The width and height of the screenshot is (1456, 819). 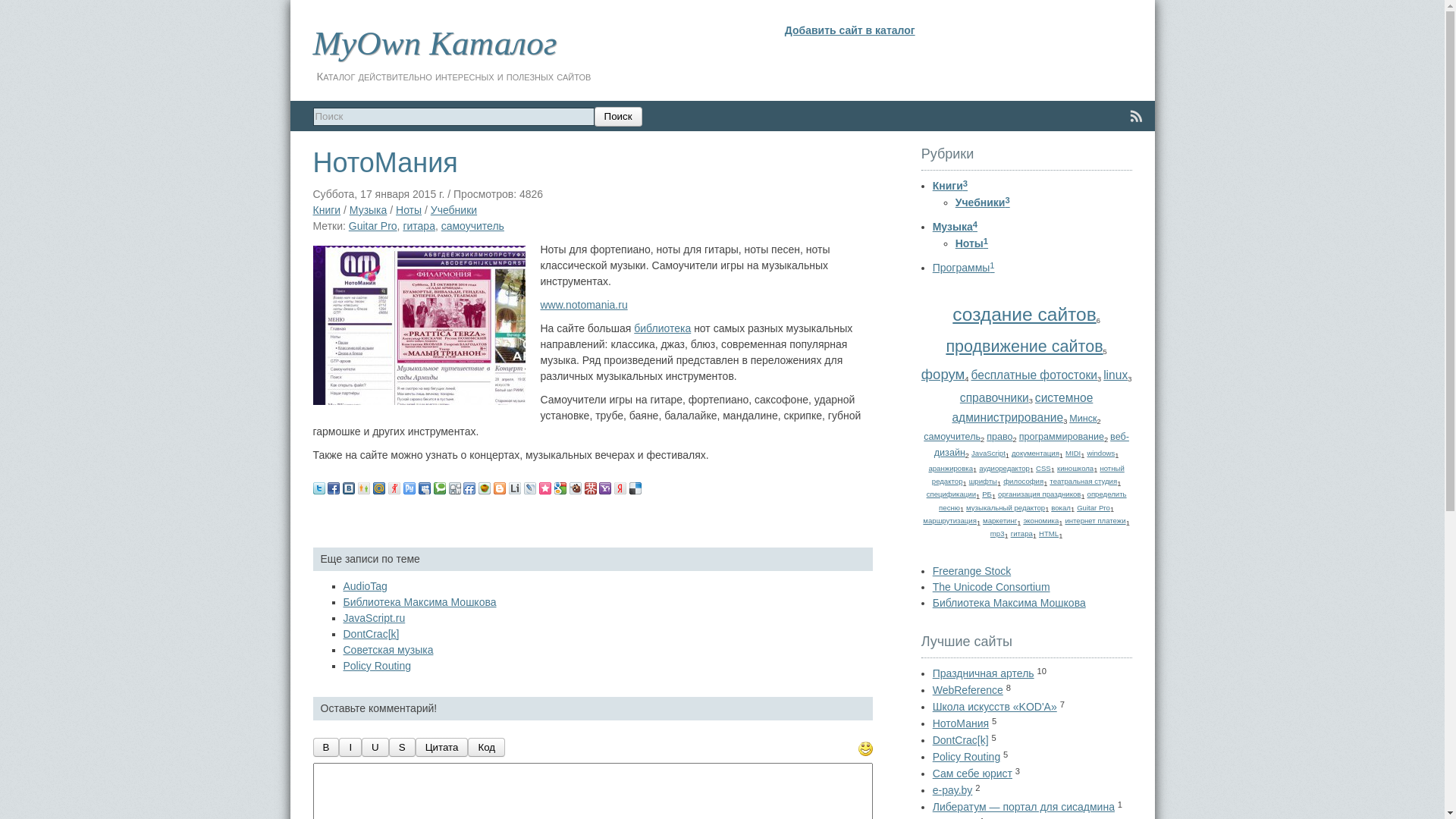 What do you see at coordinates (952, 789) in the screenshot?
I see `'e-pay.by'` at bounding box center [952, 789].